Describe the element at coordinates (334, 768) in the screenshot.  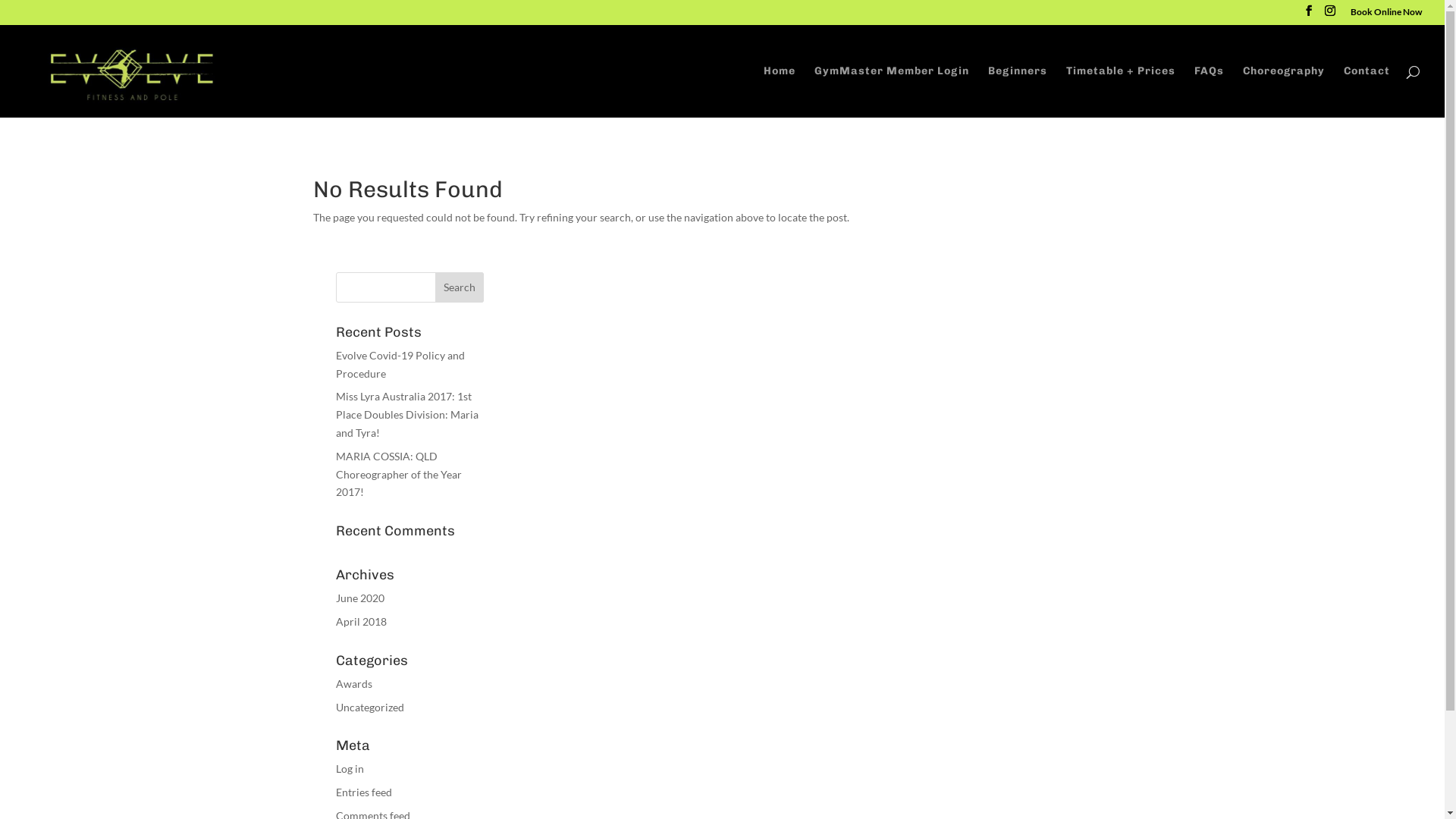
I see `'Log in'` at that location.